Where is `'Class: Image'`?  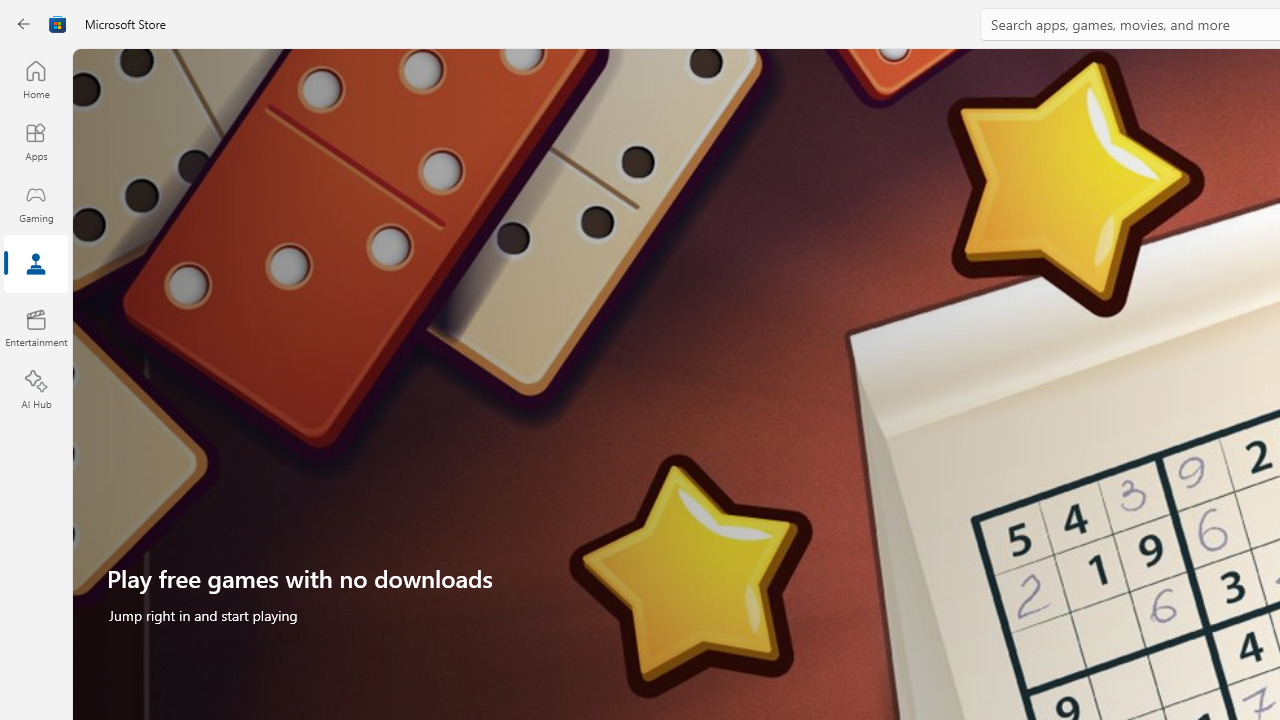 'Class: Image' is located at coordinates (58, 24).